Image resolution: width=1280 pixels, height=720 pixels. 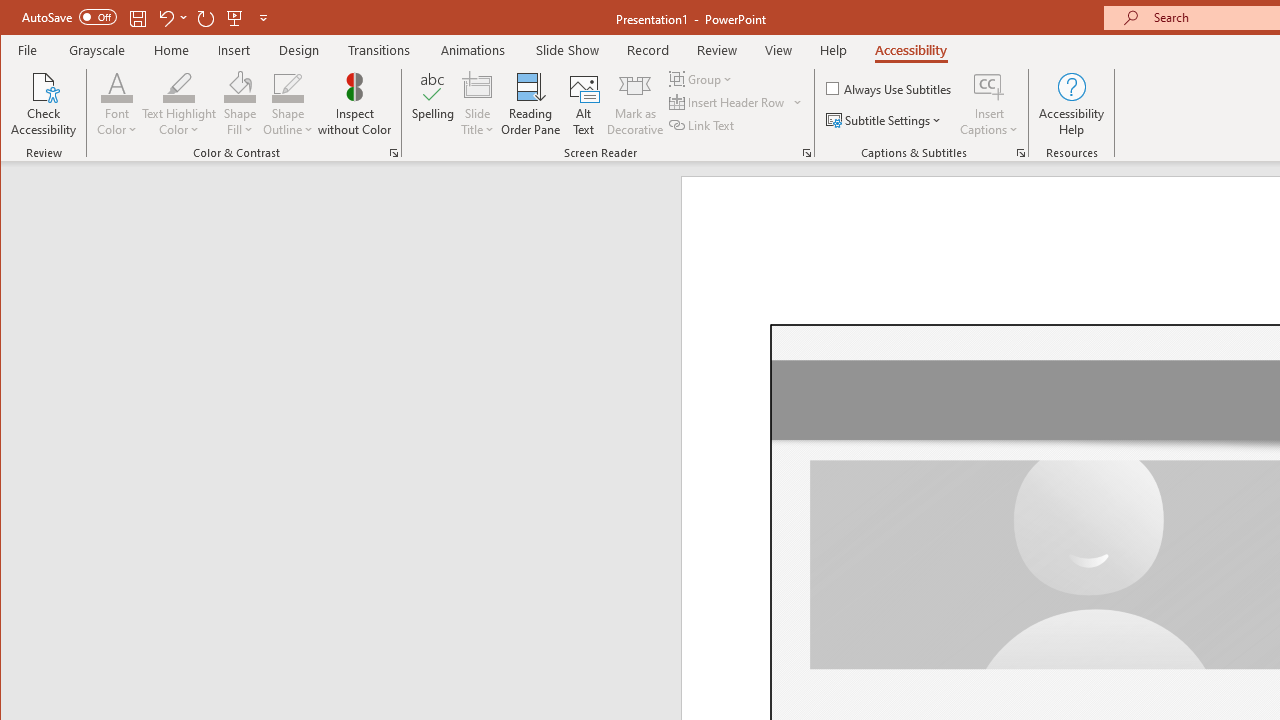 What do you see at coordinates (531, 104) in the screenshot?
I see `'Reading Order Pane'` at bounding box center [531, 104].